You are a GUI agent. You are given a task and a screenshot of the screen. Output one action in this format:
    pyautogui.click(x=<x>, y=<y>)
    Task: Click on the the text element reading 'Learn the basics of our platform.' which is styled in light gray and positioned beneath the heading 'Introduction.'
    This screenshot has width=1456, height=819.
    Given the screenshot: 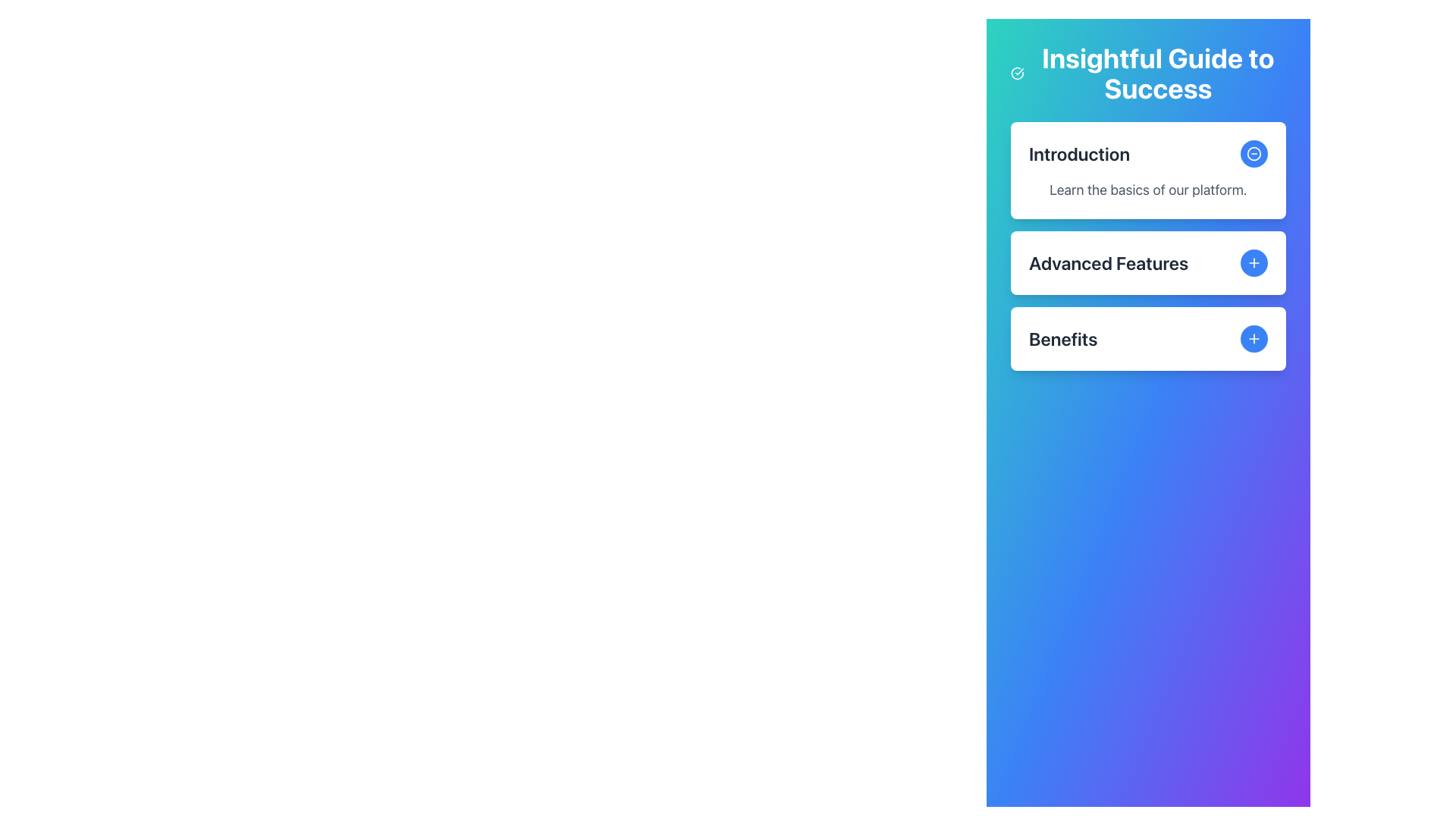 What is the action you would take?
    pyautogui.click(x=1148, y=189)
    